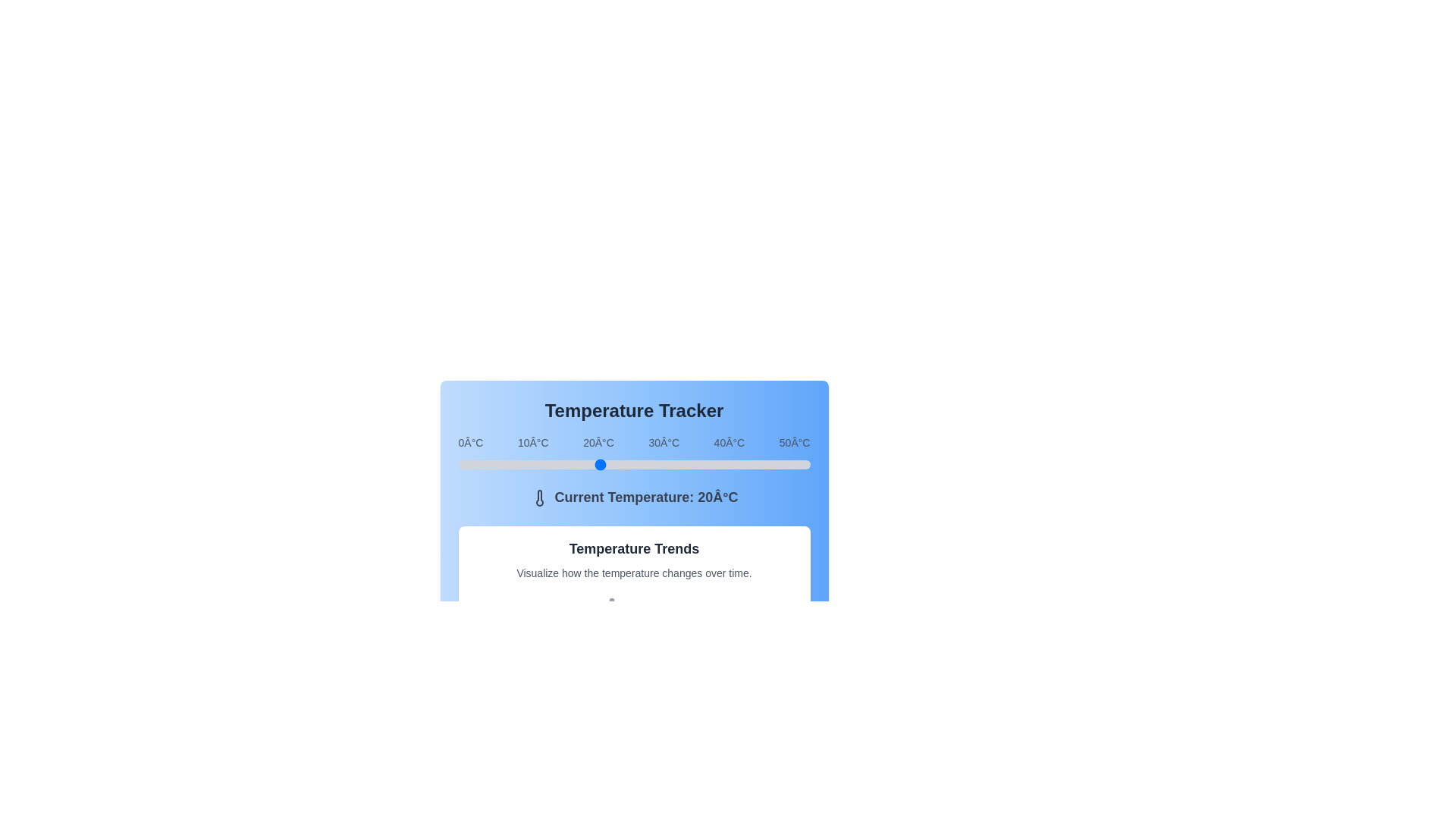  I want to click on the temperature label 20°C to focus on it, so click(598, 442).